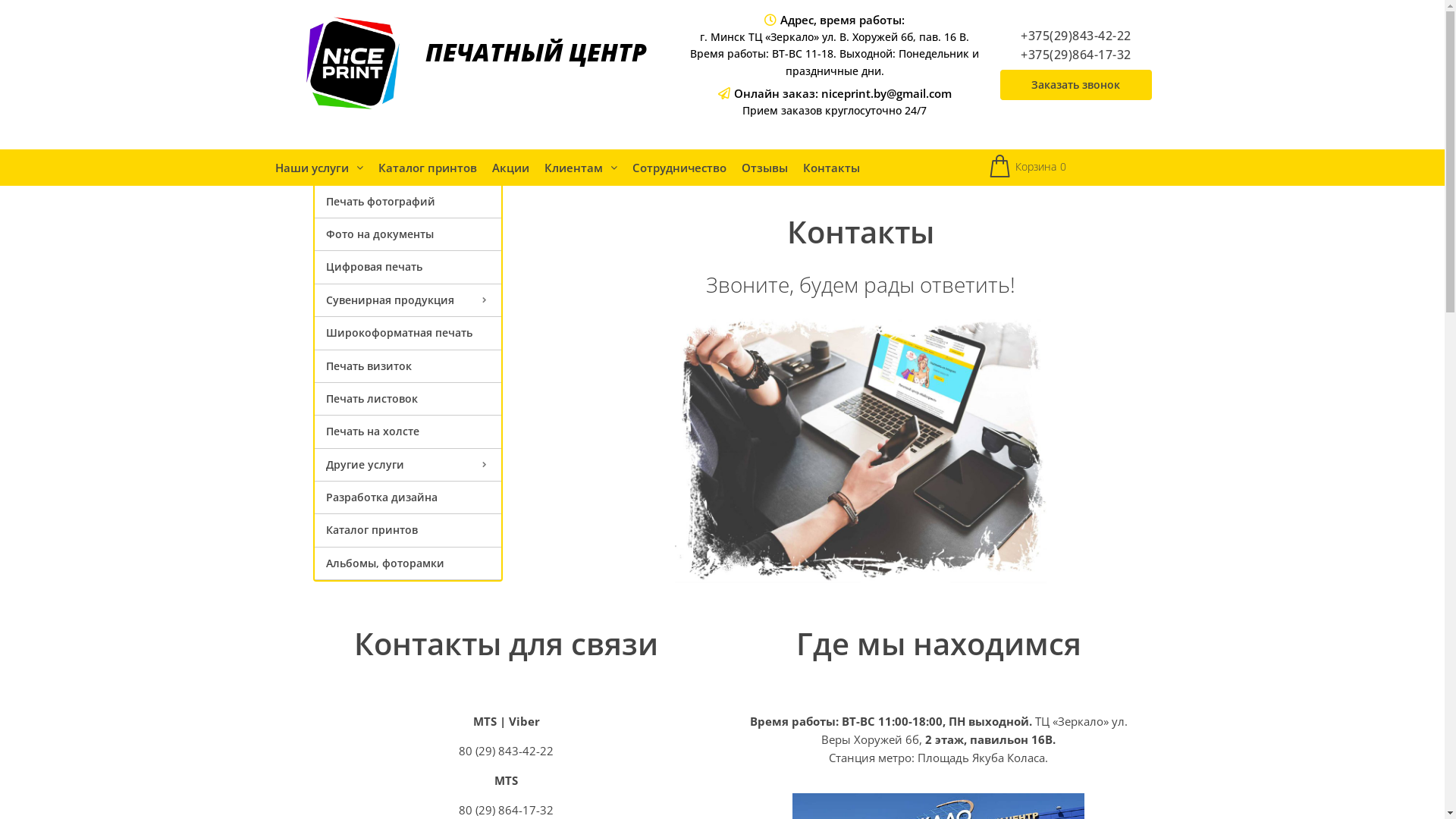 The width and height of the screenshot is (1456, 819). What do you see at coordinates (1075, 54) in the screenshot?
I see `'+375(29)864-17-32'` at bounding box center [1075, 54].